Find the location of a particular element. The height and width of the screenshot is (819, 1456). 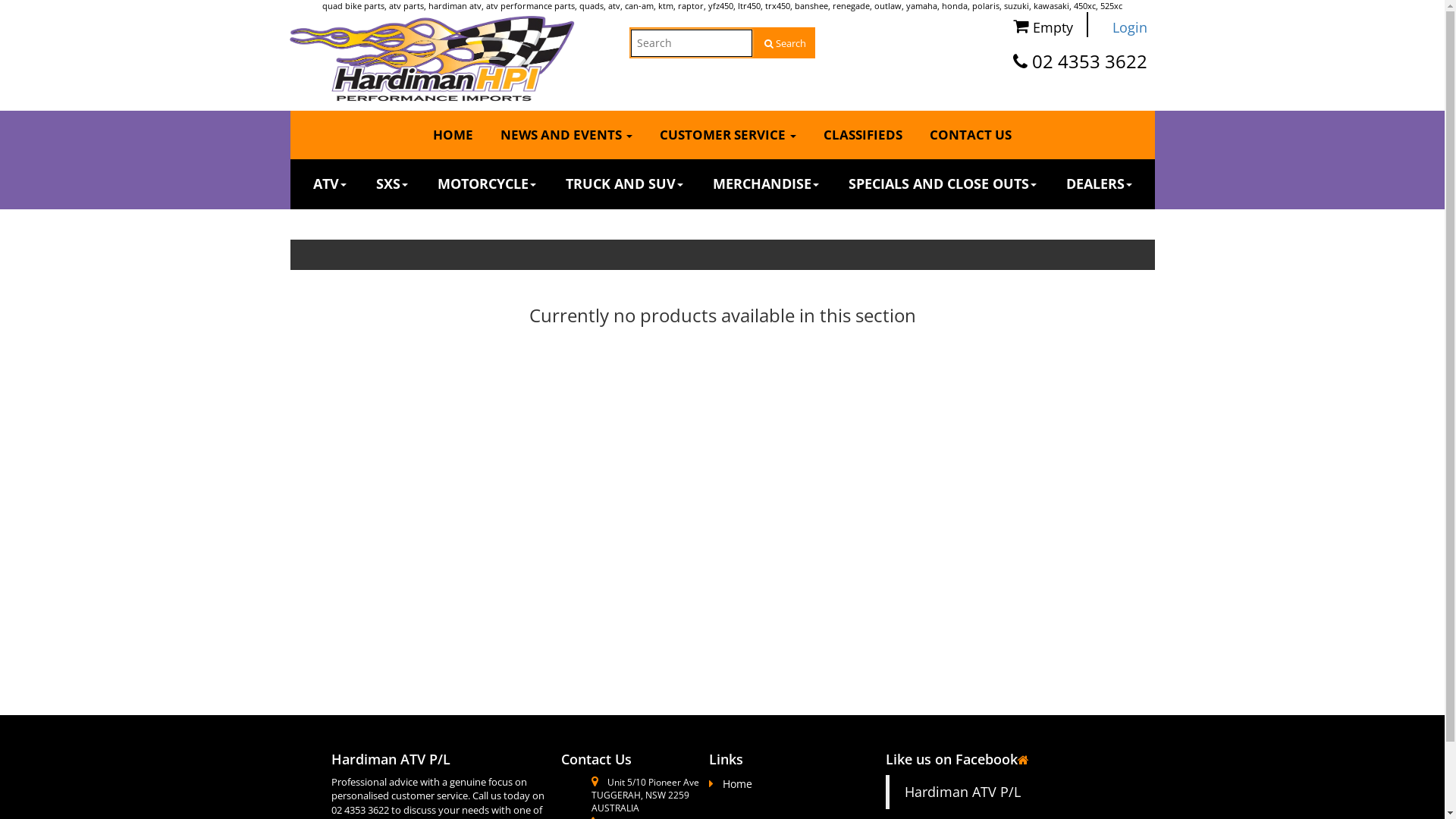

'Hardiman ATV P/L' is located at coordinates (962, 791).